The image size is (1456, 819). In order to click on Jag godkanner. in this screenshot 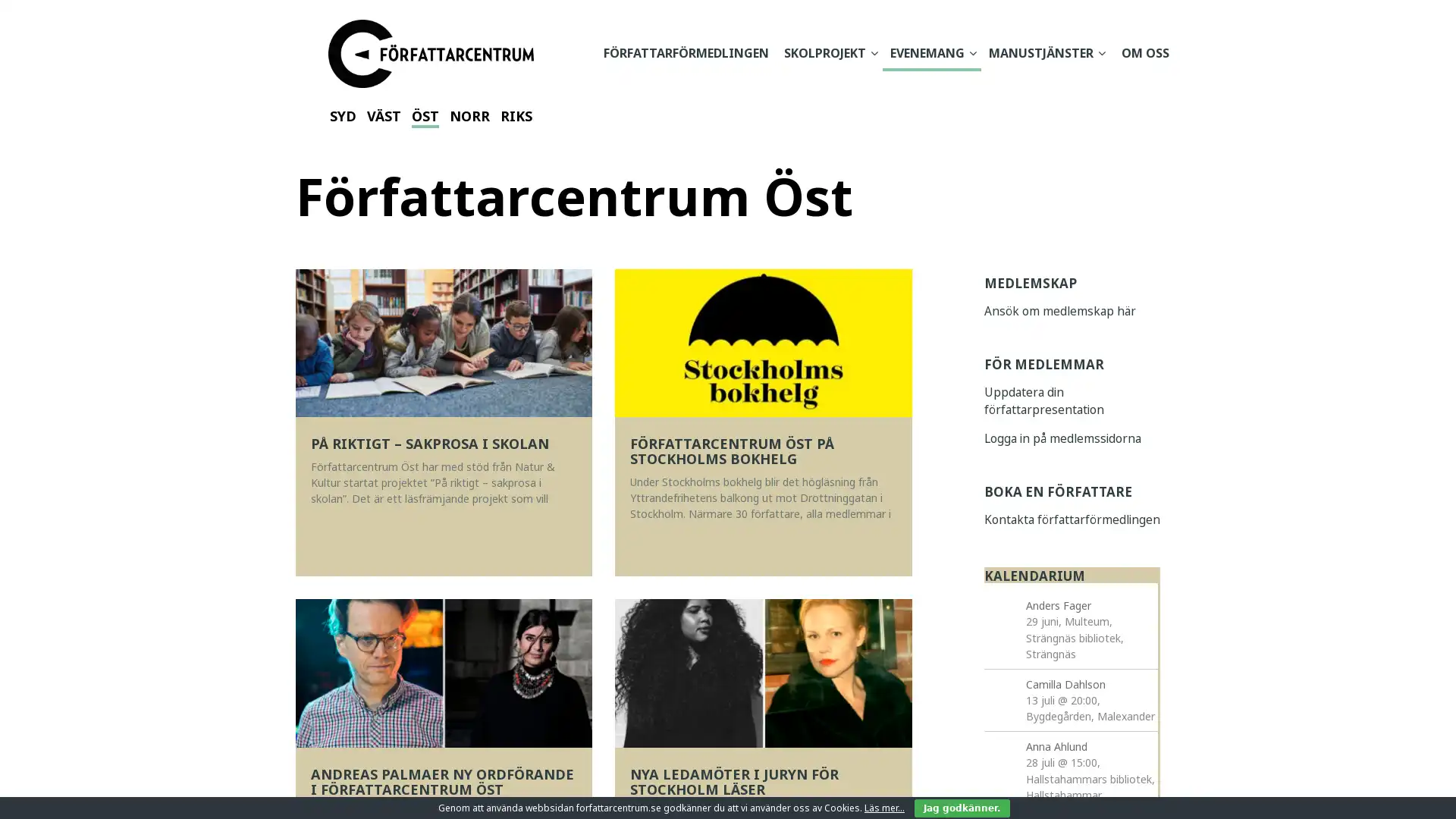, I will do `click(961, 807)`.